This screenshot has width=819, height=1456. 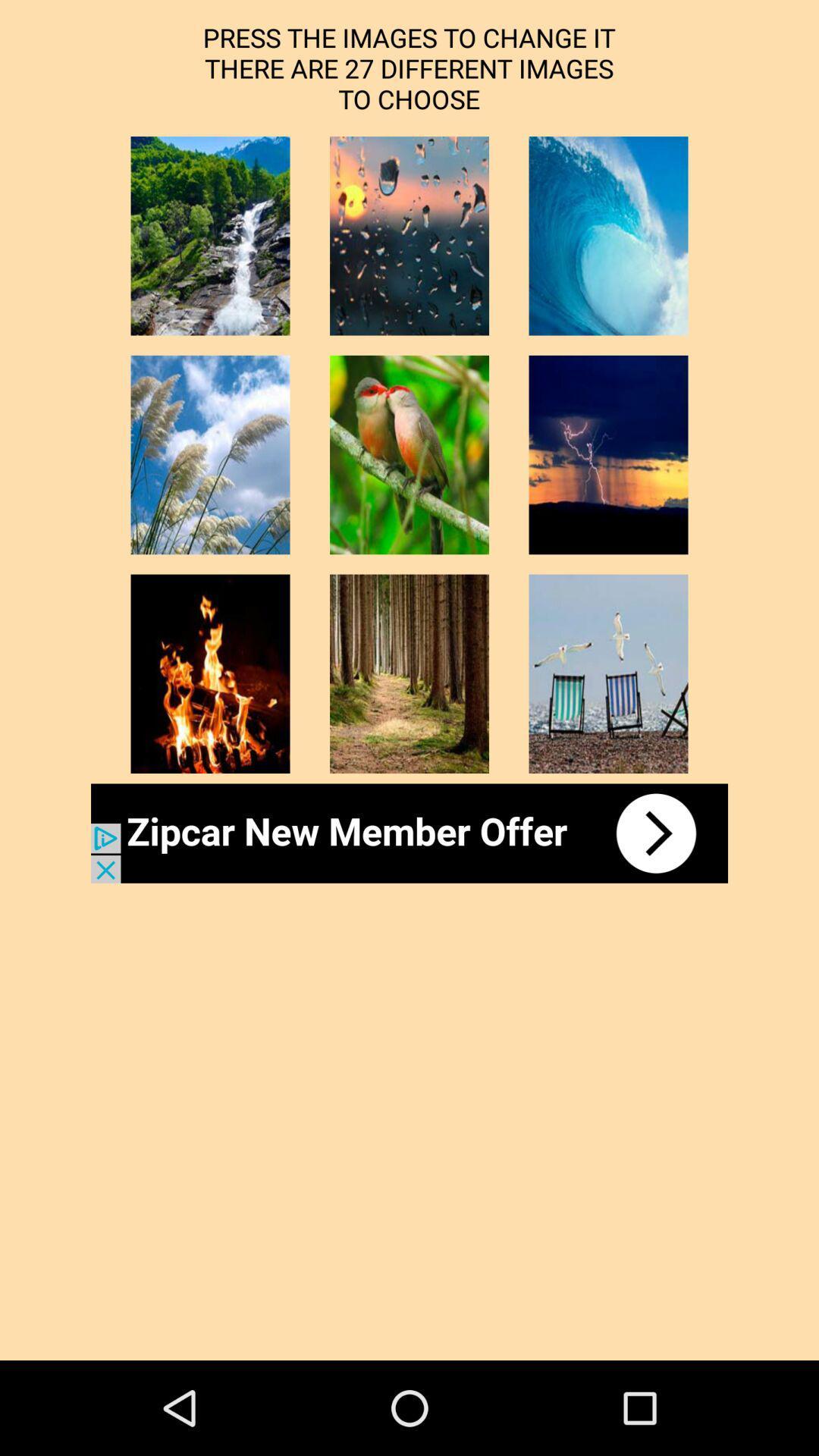 What do you see at coordinates (210, 235) in the screenshot?
I see `this image` at bounding box center [210, 235].